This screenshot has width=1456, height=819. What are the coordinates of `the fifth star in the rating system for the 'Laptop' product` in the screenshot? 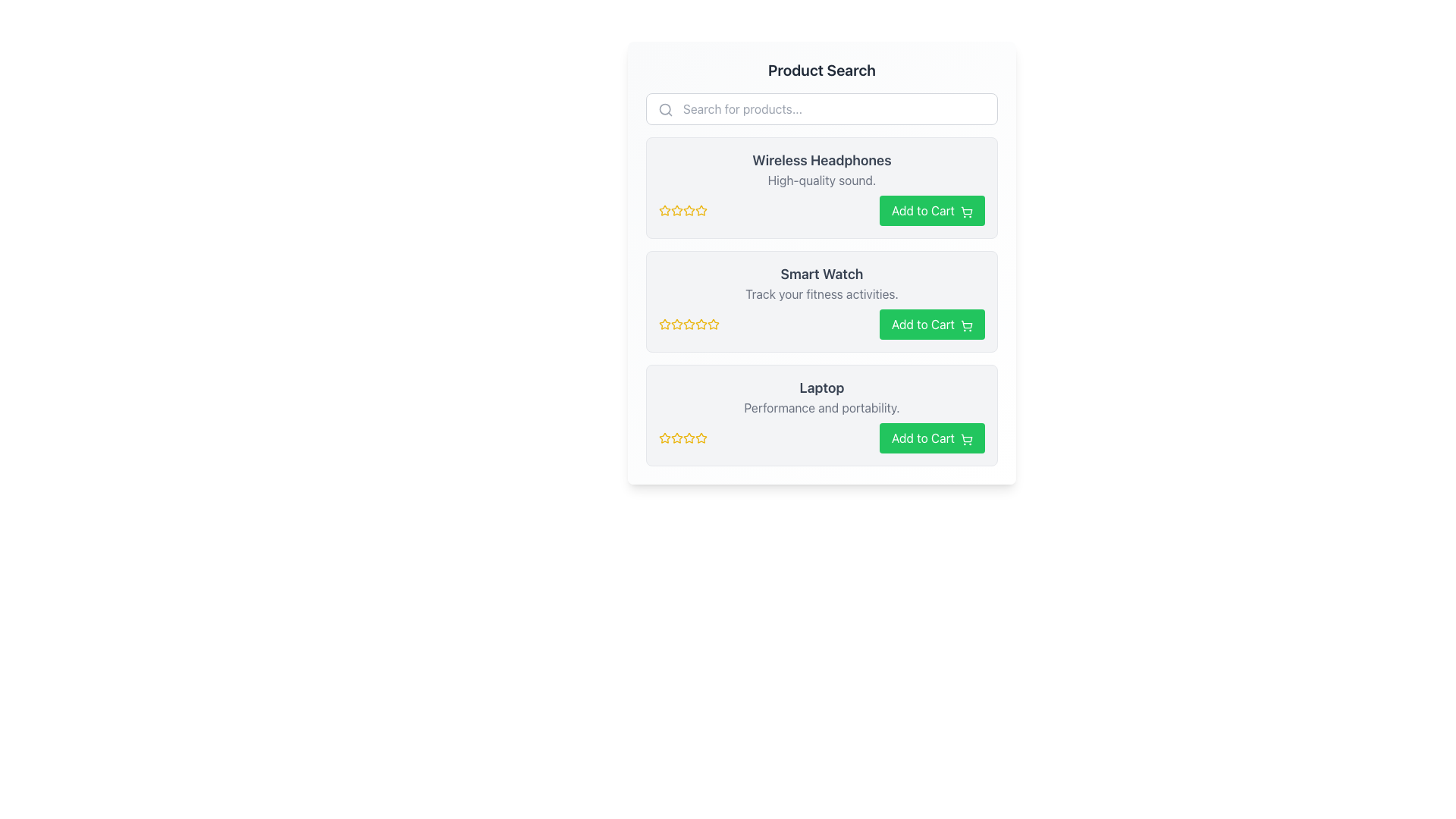 It's located at (688, 438).